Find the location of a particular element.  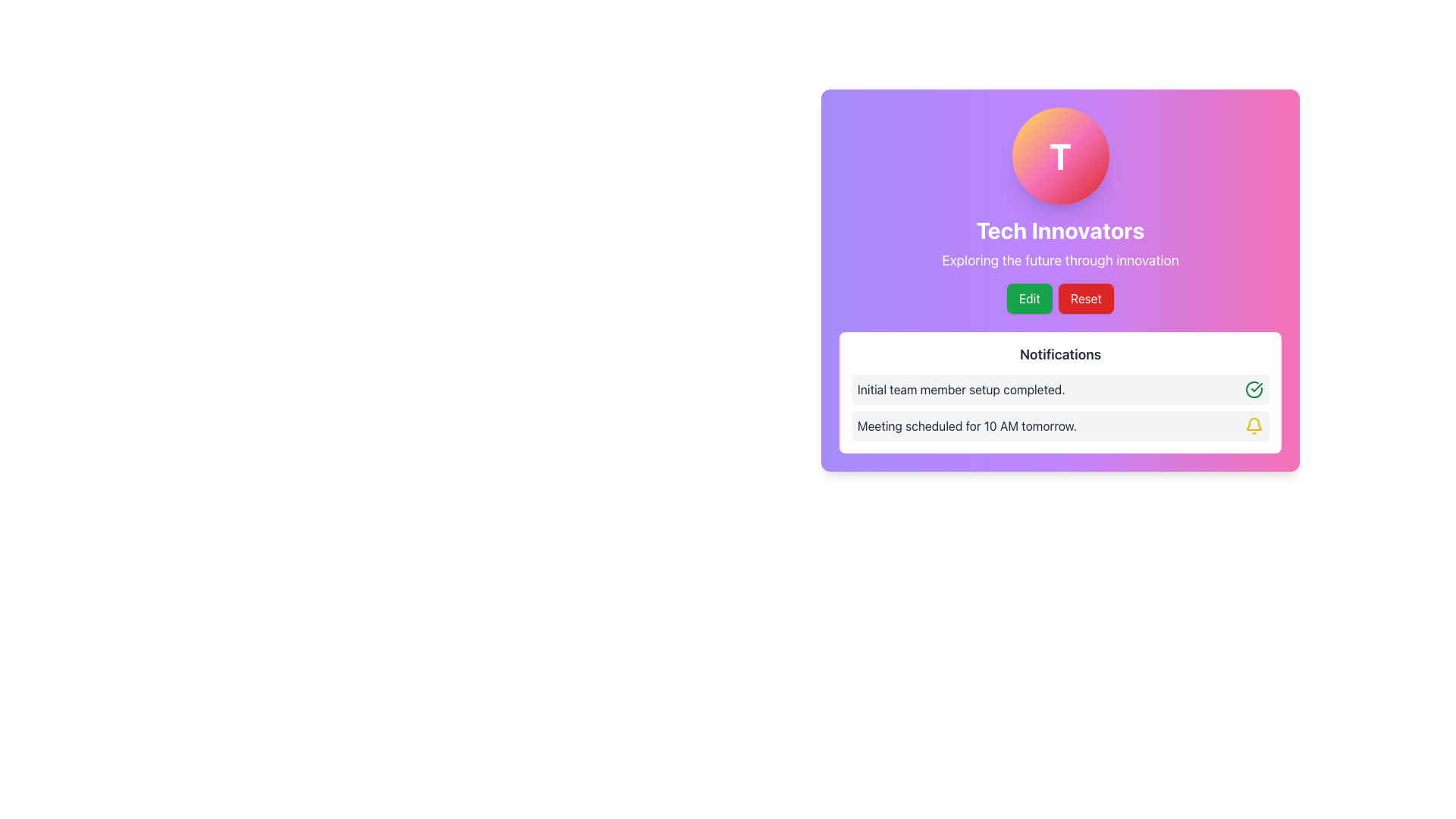

text label displaying 'Initial team member setup completed.' located in the Notifications section beneath the main profile area is located at coordinates (960, 388).